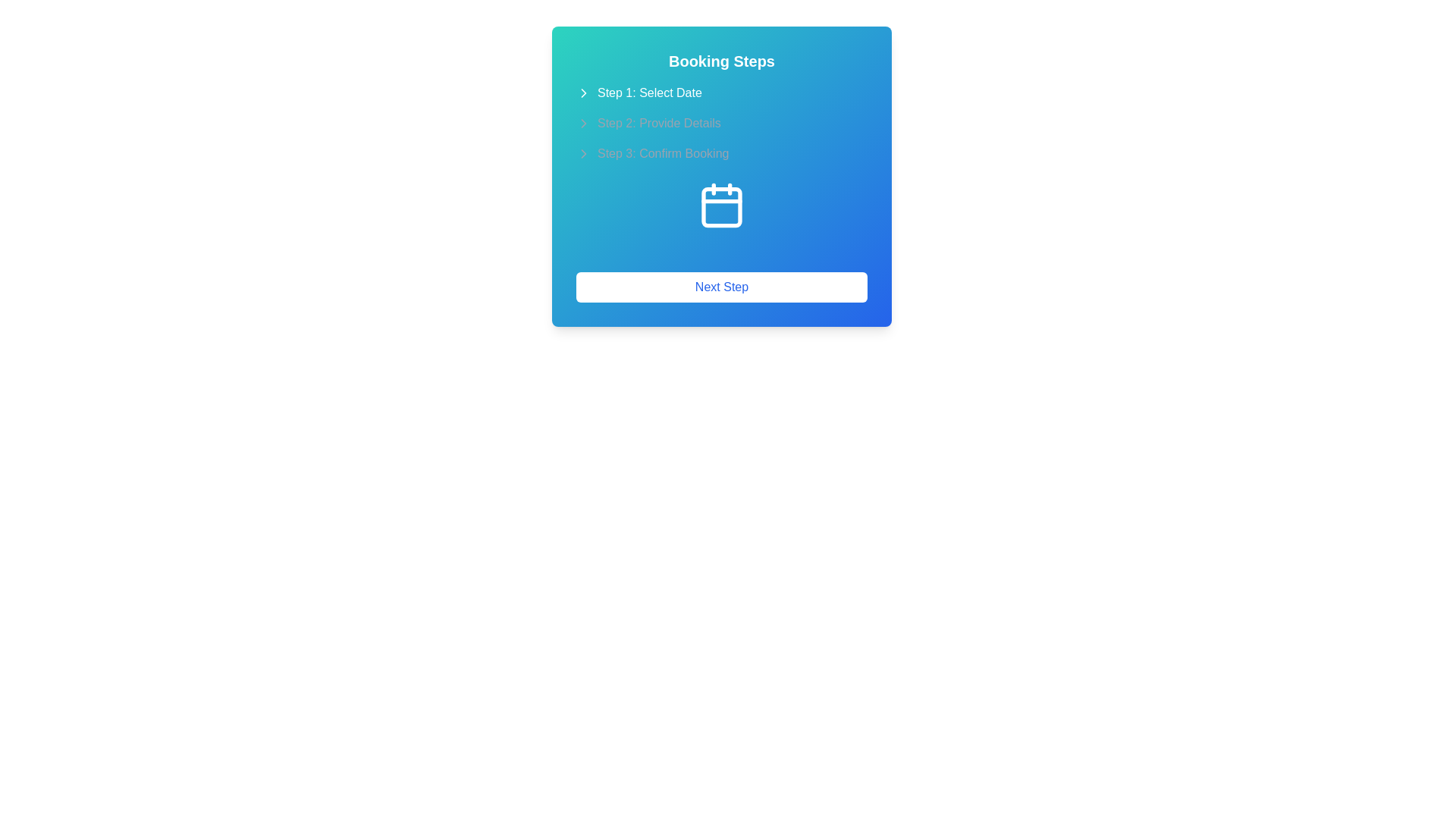 This screenshot has height=819, width=1456. I want to click on the visually-centered calendar icon within the rounded rectangle background of the 'Booking Steps' card, which is styled with a gradient of teal and blue shades, so click(720, 217).